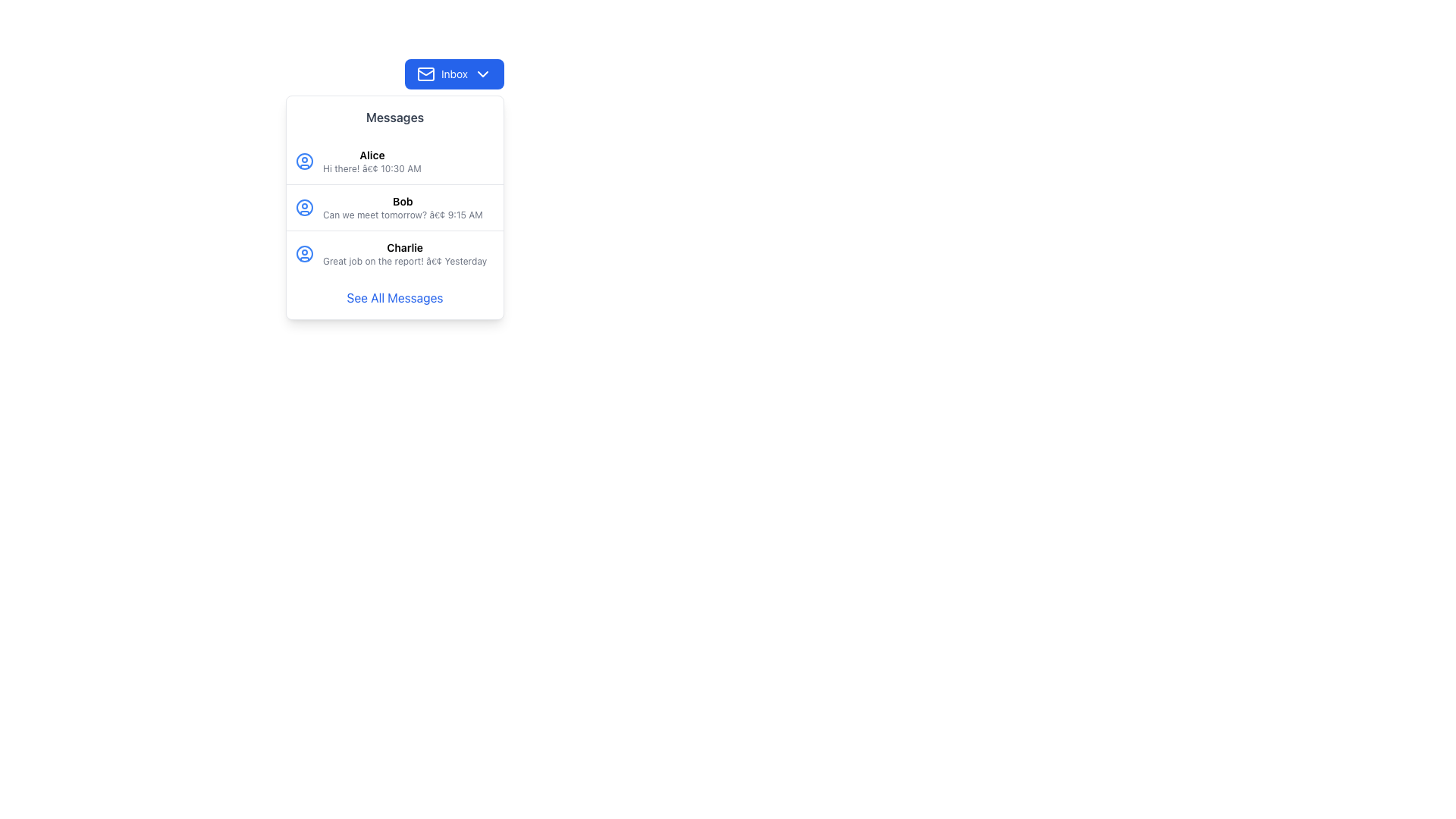  What do you see at coordinates (304, 253) in the screenshot?
I see `the avatar icon representing the sender Charlie, located to the left of the message 'Charlie Great job on the report! • Yesterday' in the list of messages` at bounding box center [304, 253].